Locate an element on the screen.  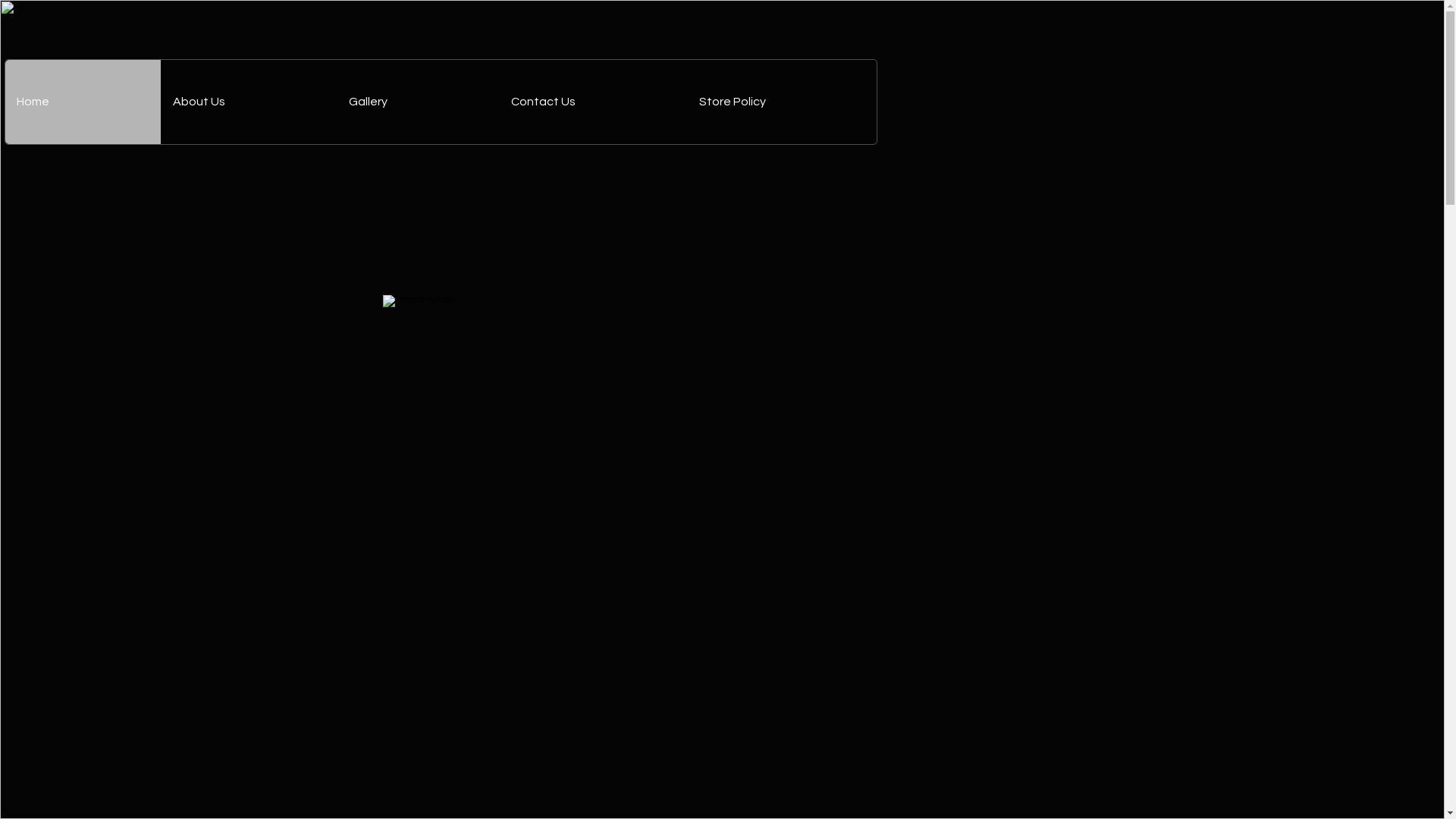
'Store Policy' is located at coordinates (782, 102).